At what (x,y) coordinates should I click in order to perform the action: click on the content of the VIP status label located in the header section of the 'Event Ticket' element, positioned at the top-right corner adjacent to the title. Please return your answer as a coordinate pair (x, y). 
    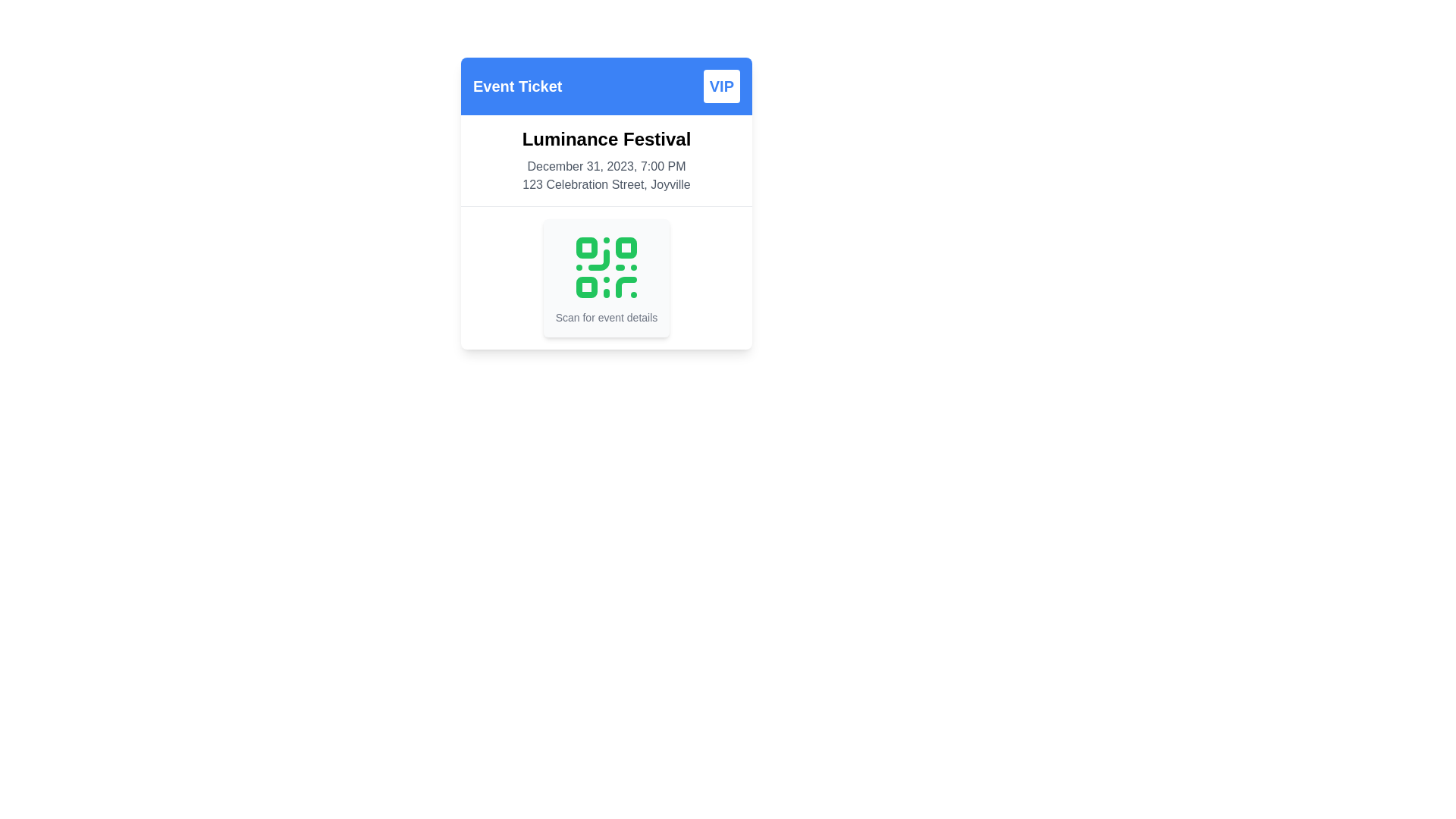
    Looking at the image, I should click on (720, 86).